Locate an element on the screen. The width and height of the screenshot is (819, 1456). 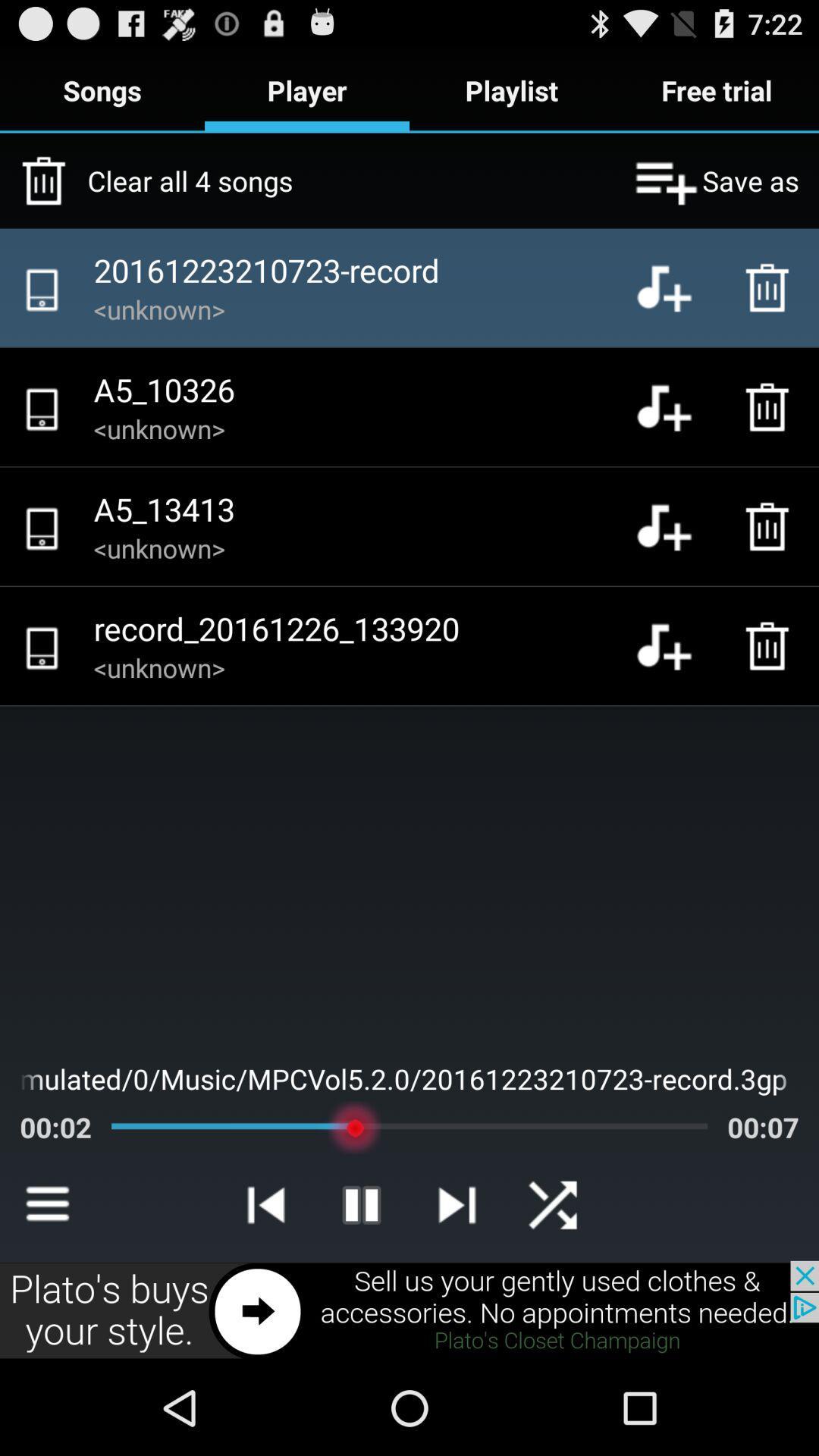
delete recording is located at coordinates (771, 407).